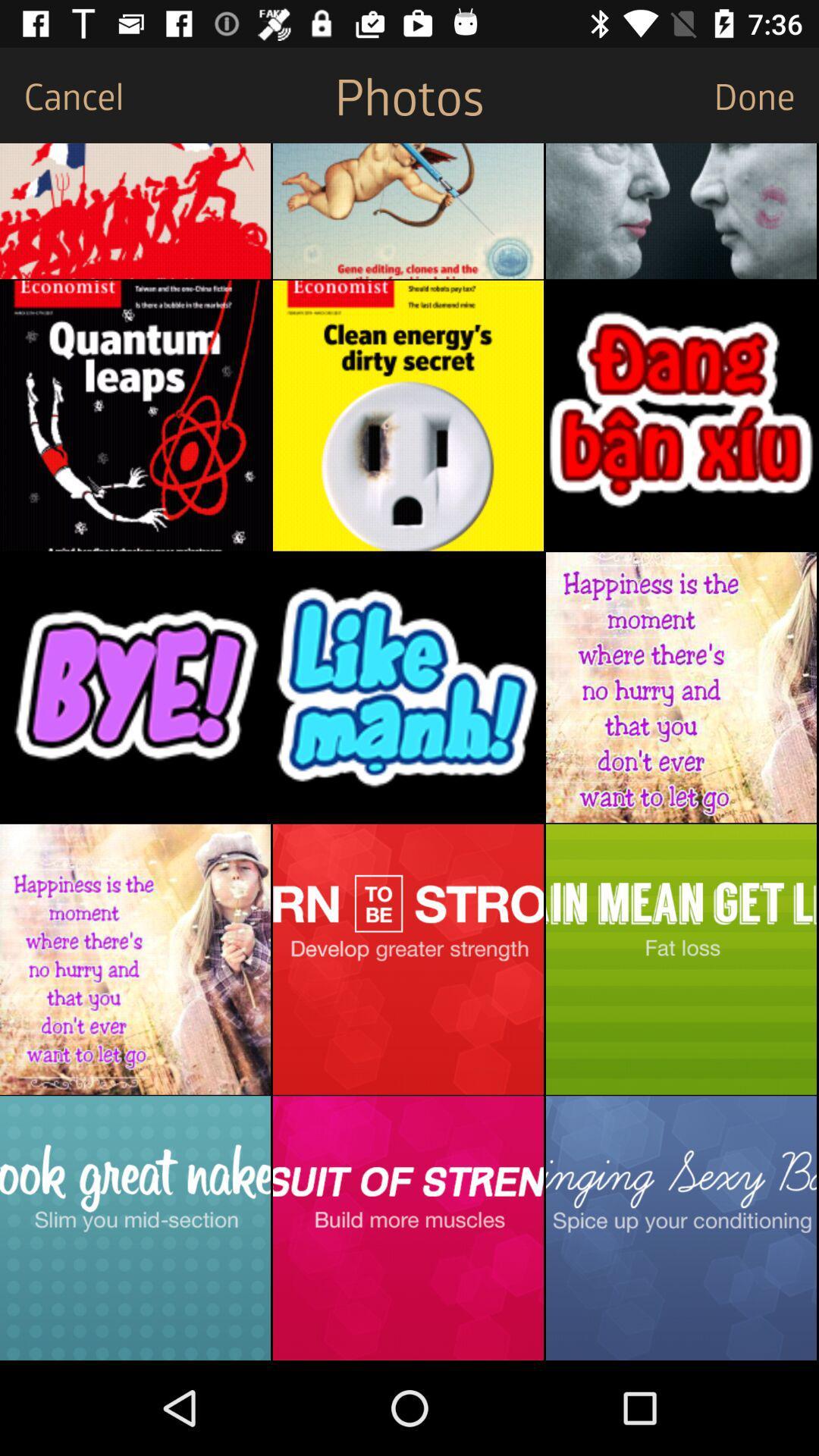 The width and height of the screenshot is (819, 1456). I want to click on choose, so click(407, 959).